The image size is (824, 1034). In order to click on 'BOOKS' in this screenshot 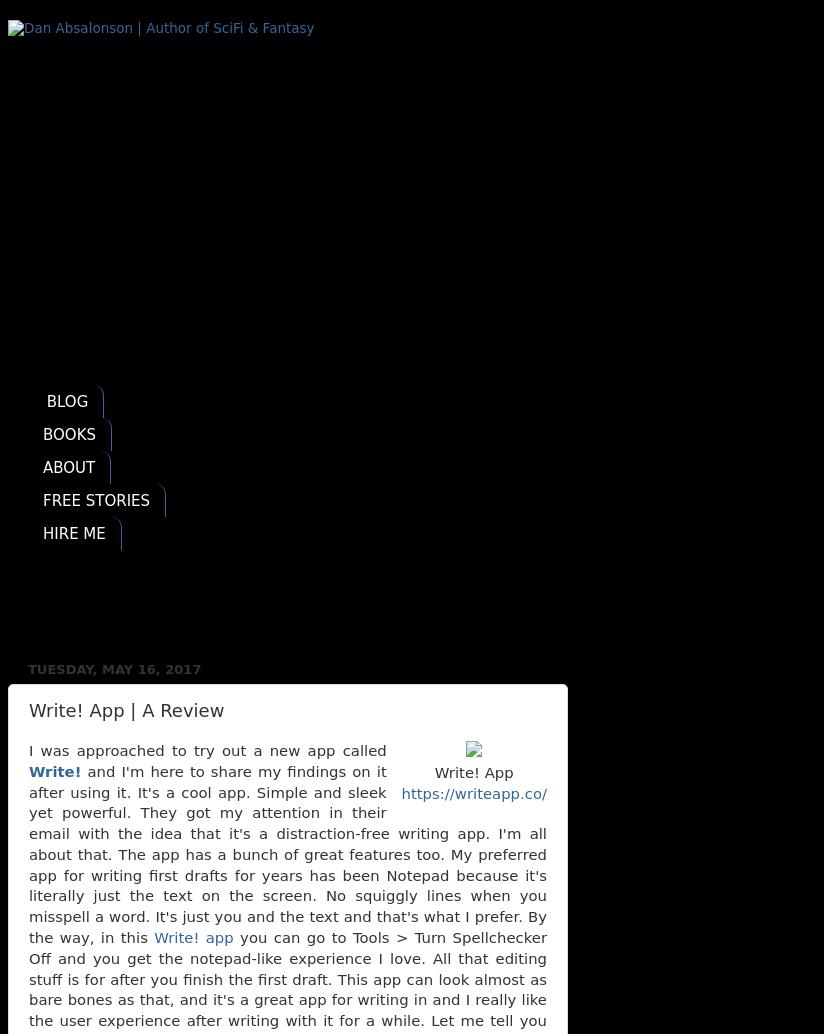, I will do `click(68, 432)`.